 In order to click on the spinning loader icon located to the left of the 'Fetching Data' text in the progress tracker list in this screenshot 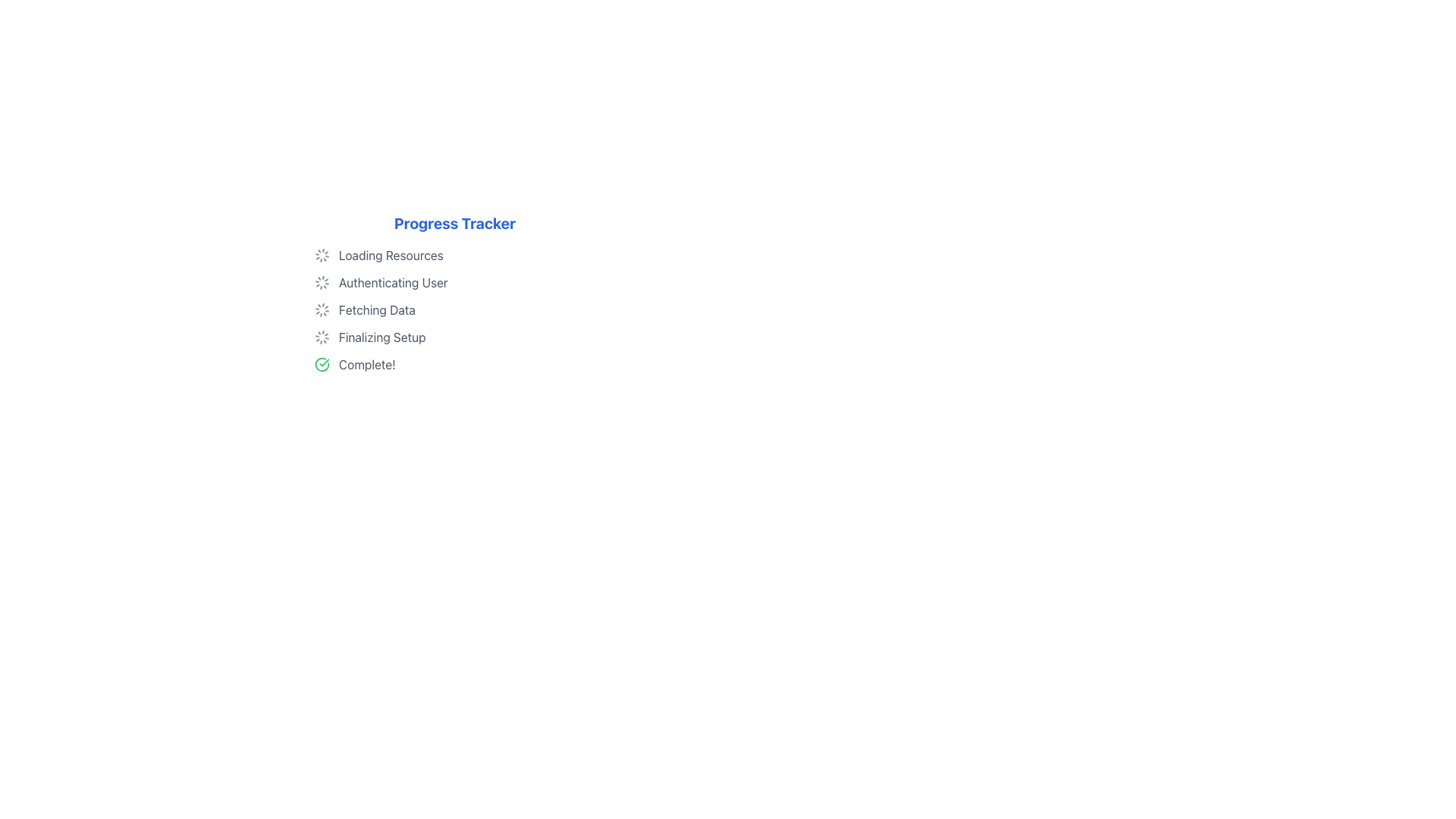, I will do `click(322, 309)`.